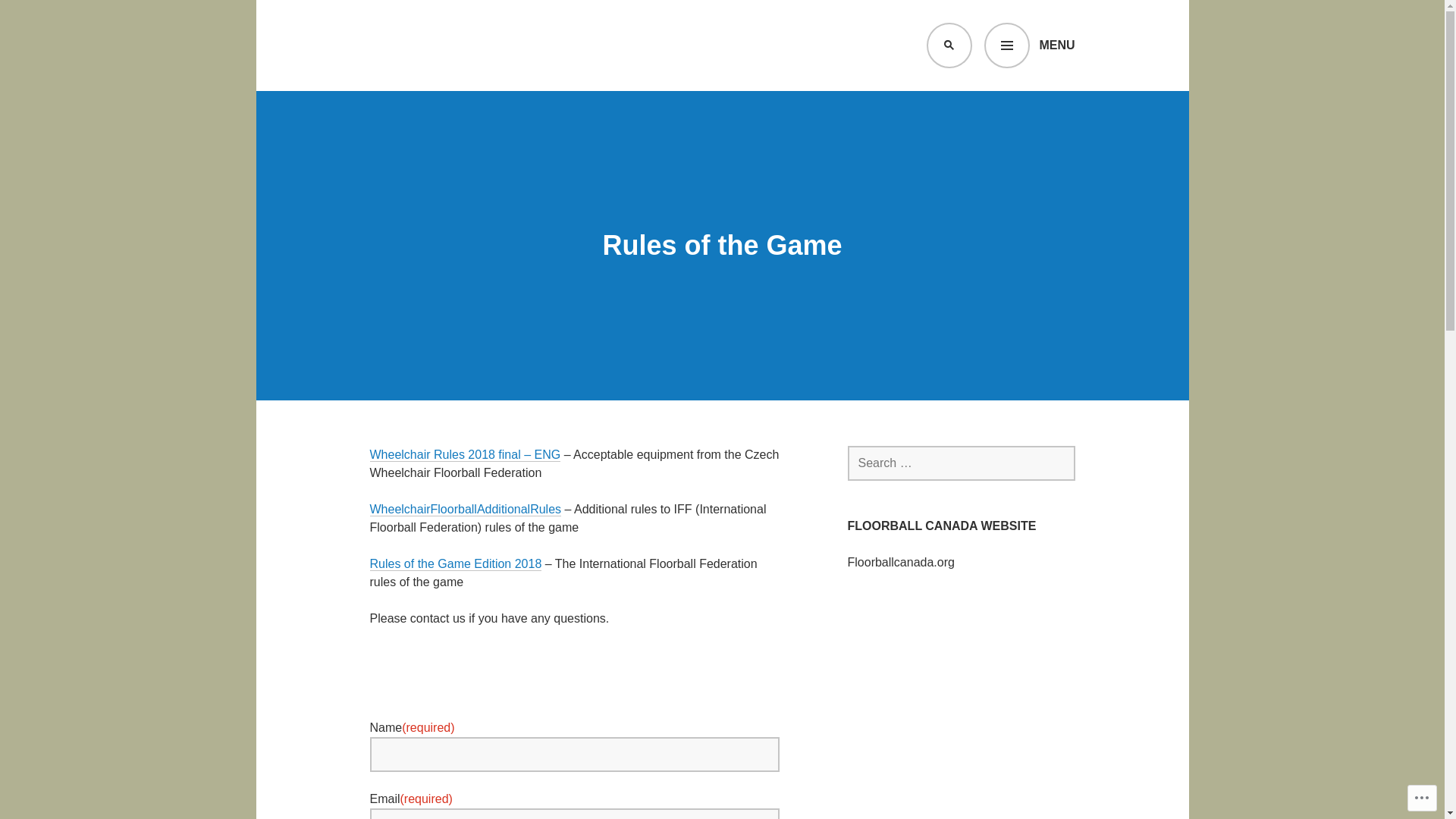  What do you see at coordinates (1029, 45) in the screenshot?
I see `'MENU'` at bounding box center [1029, 45].